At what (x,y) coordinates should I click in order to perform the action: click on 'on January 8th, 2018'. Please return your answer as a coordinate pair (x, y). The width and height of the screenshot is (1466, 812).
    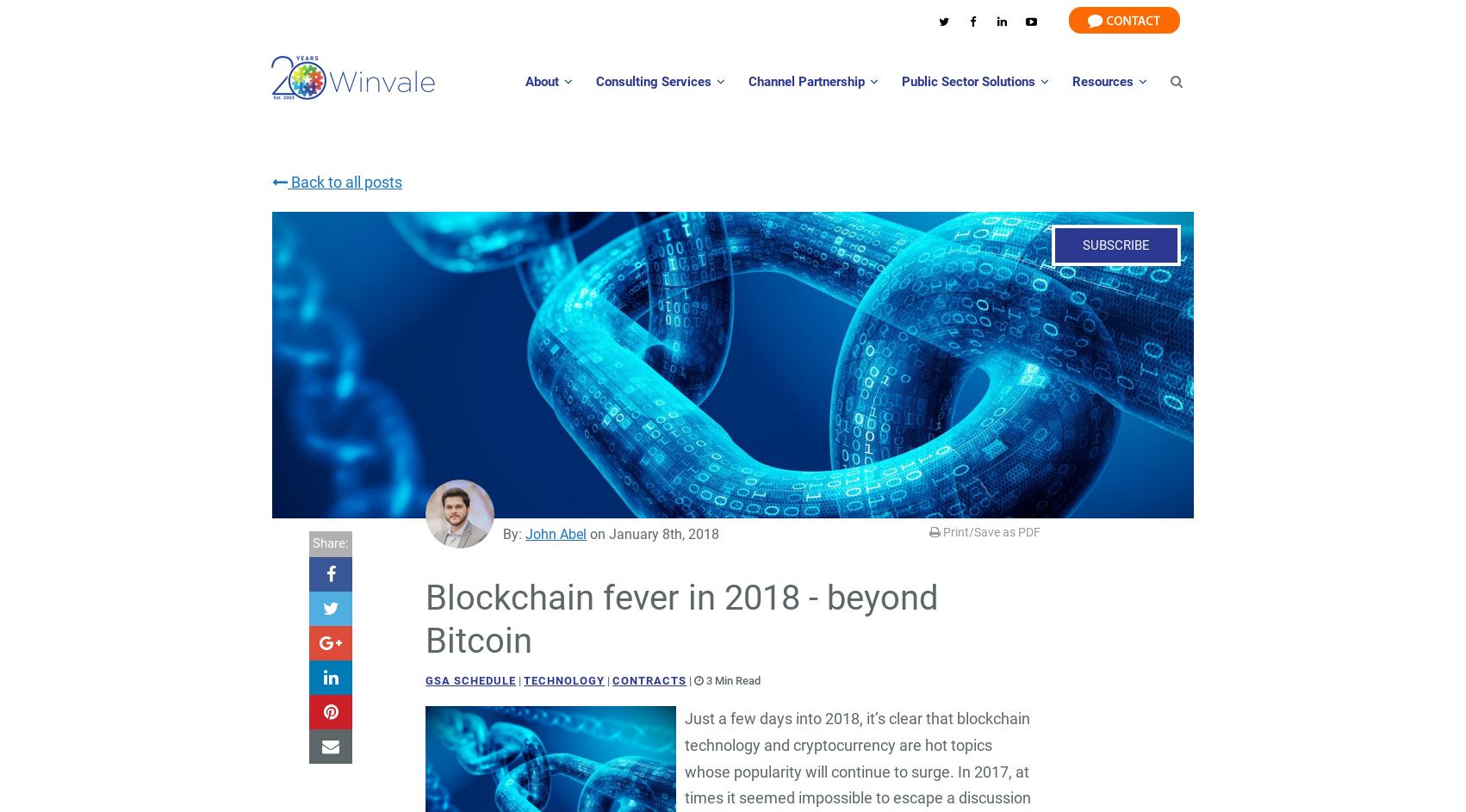
    Looking at the image, I should click on (652, 533).